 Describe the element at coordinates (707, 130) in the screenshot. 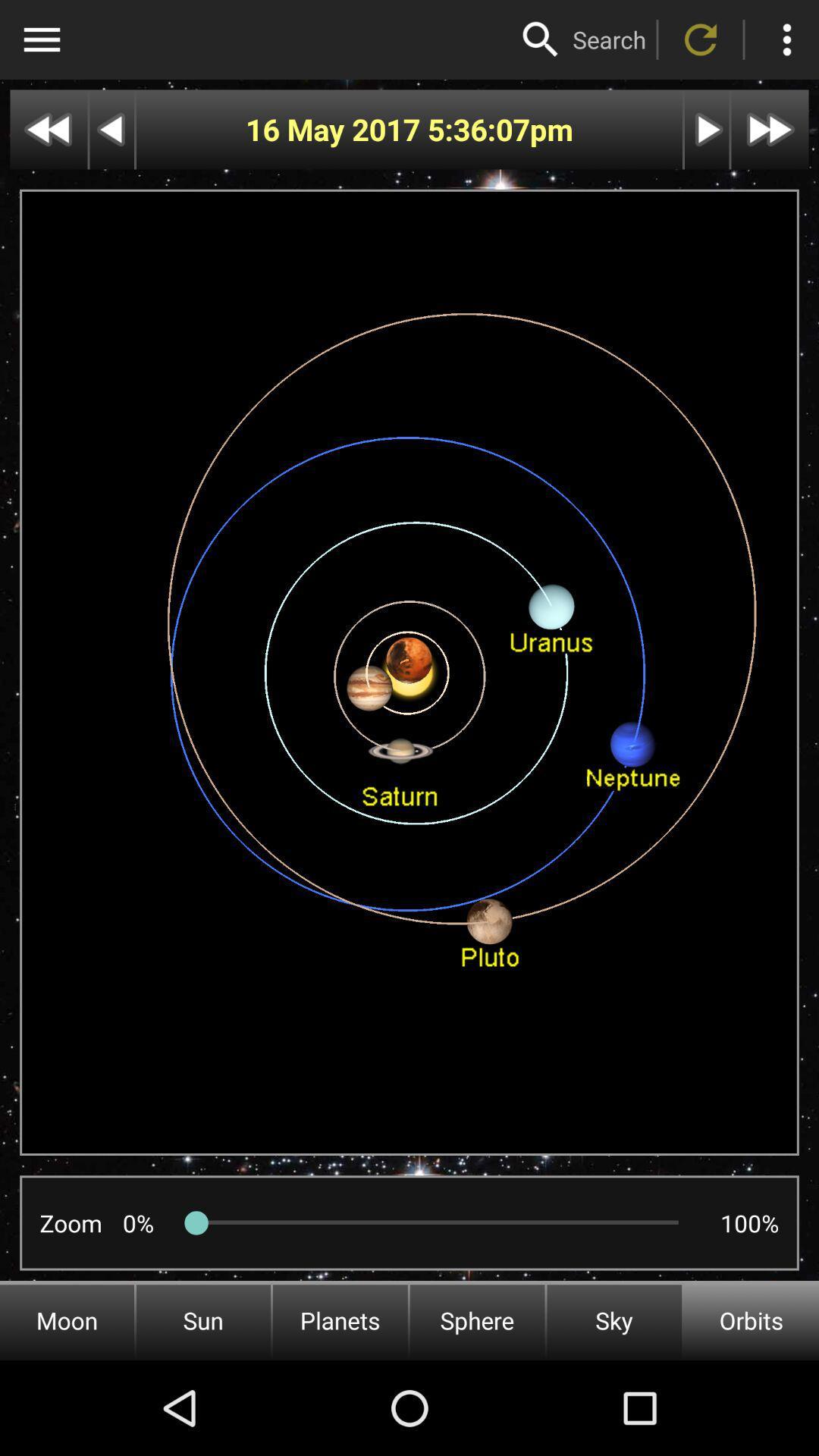

I see `play` at that location.